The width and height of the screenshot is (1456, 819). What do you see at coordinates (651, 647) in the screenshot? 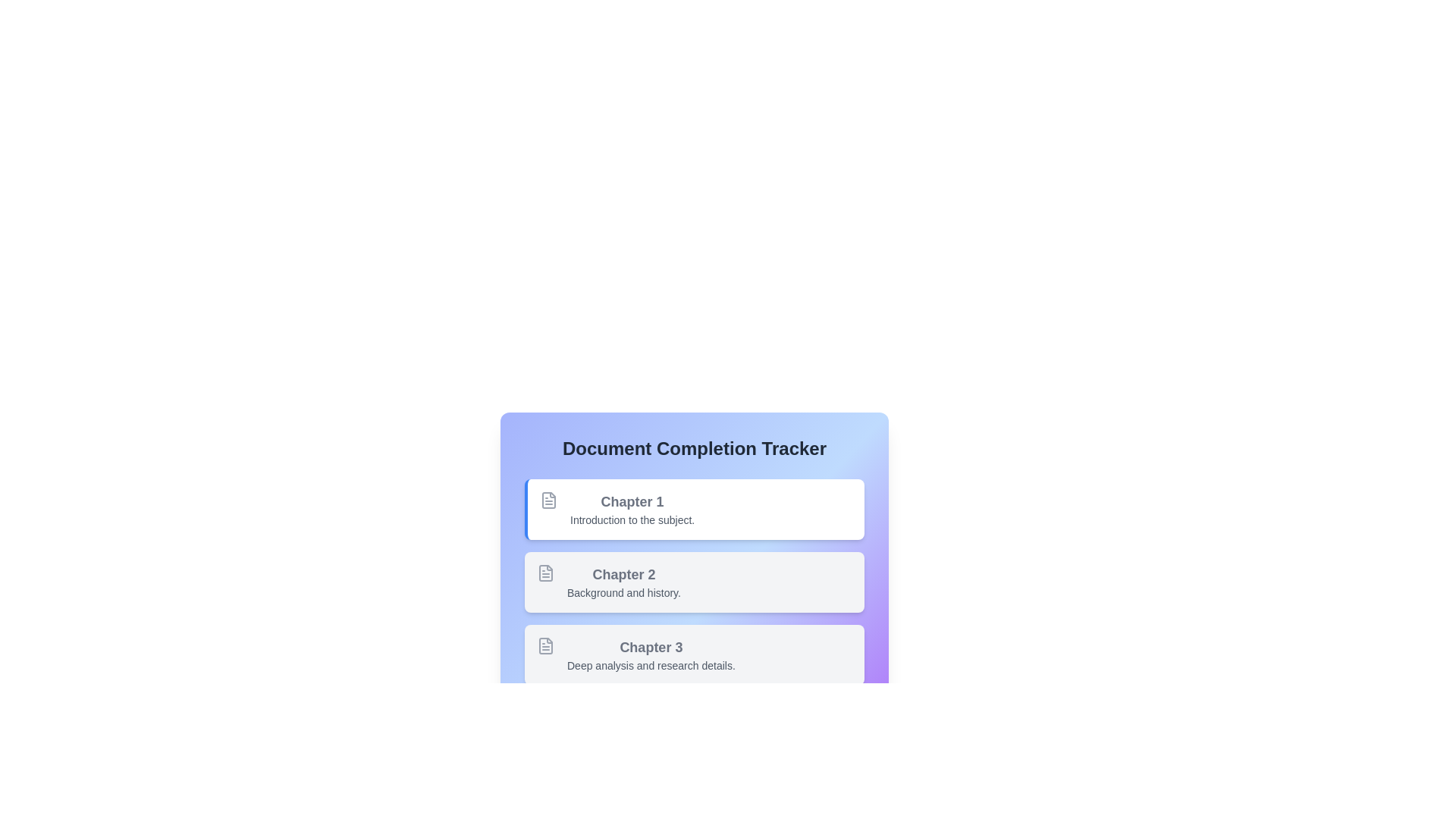
I see `the text label displaying 'Chapter 3' in bold gray font, which is positioned above the description text 'Deep analysis and research details.'` at bounding box center [651, 647].